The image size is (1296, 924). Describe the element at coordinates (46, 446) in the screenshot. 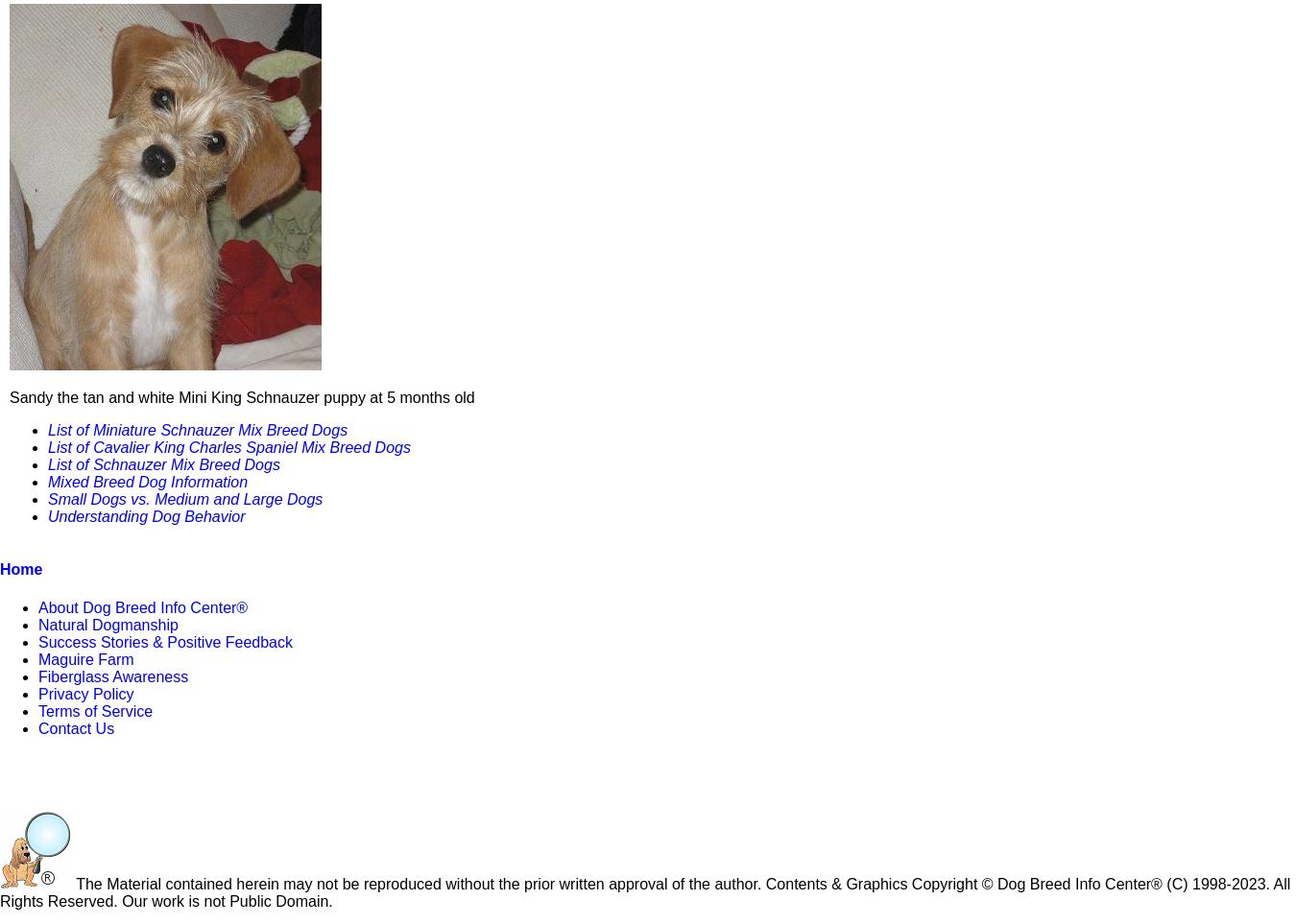

I see `'List of Cavalier King Charles Spaniel Mix Breed Dogs'` at that location.